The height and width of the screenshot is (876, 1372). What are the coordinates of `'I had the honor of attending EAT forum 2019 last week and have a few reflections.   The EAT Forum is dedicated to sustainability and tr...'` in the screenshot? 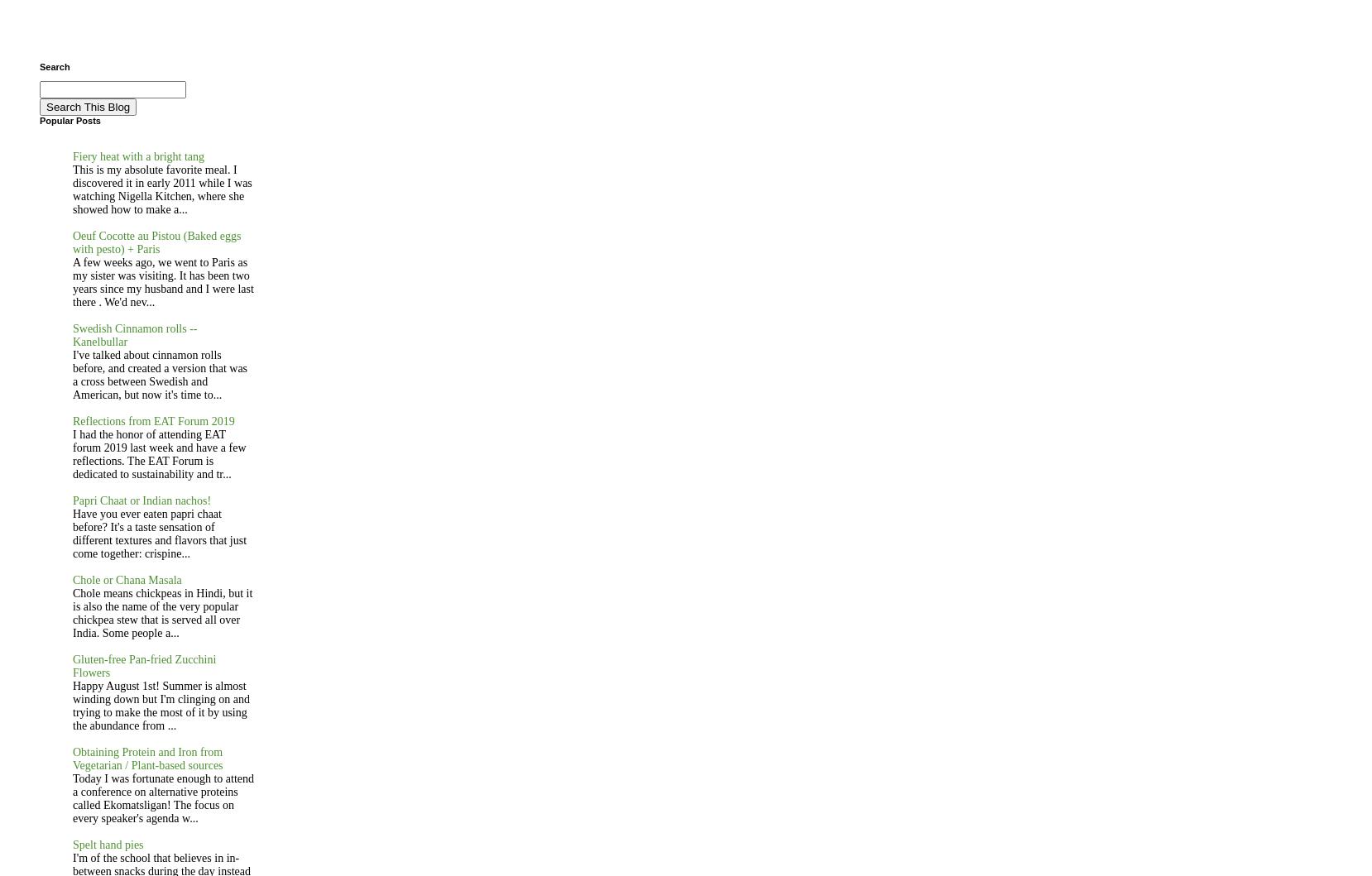 It's located at (159, 453).